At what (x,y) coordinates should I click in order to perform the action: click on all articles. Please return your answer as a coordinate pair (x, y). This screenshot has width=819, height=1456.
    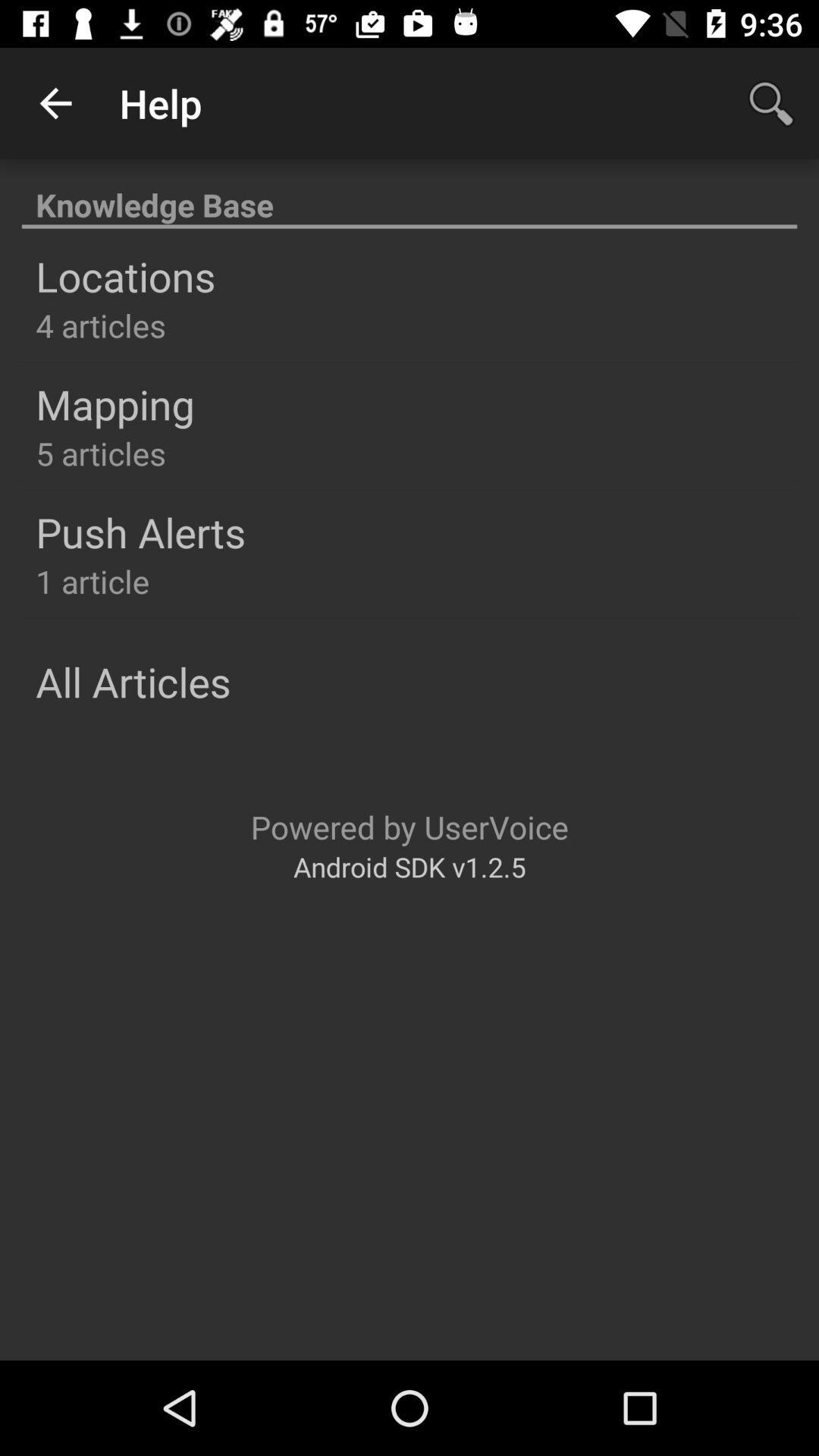
    Looking at the image, I should click on (132, 680).